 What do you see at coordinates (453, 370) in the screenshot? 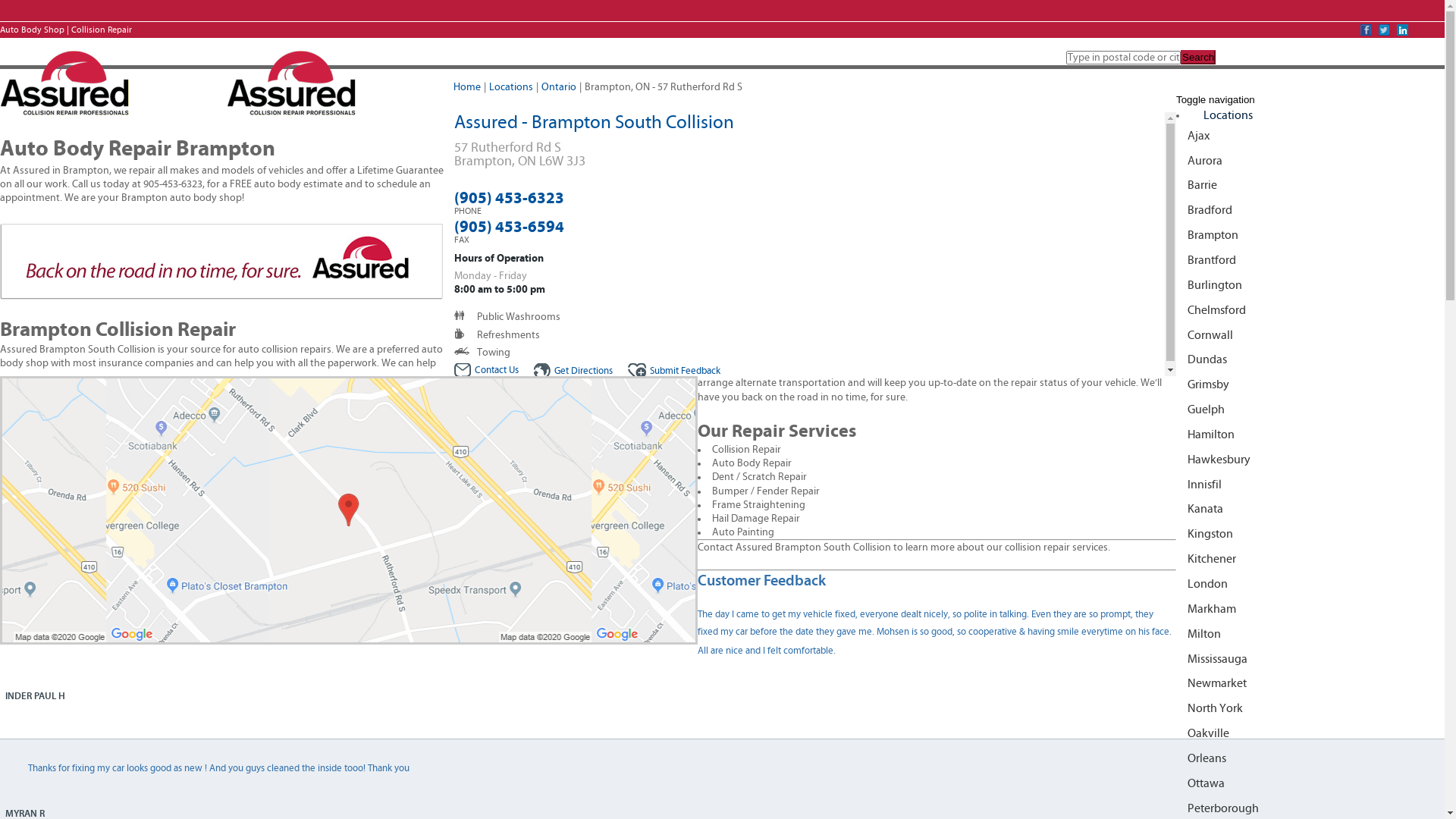
I see `'Contact Us'` at bounding box center [453, 370].